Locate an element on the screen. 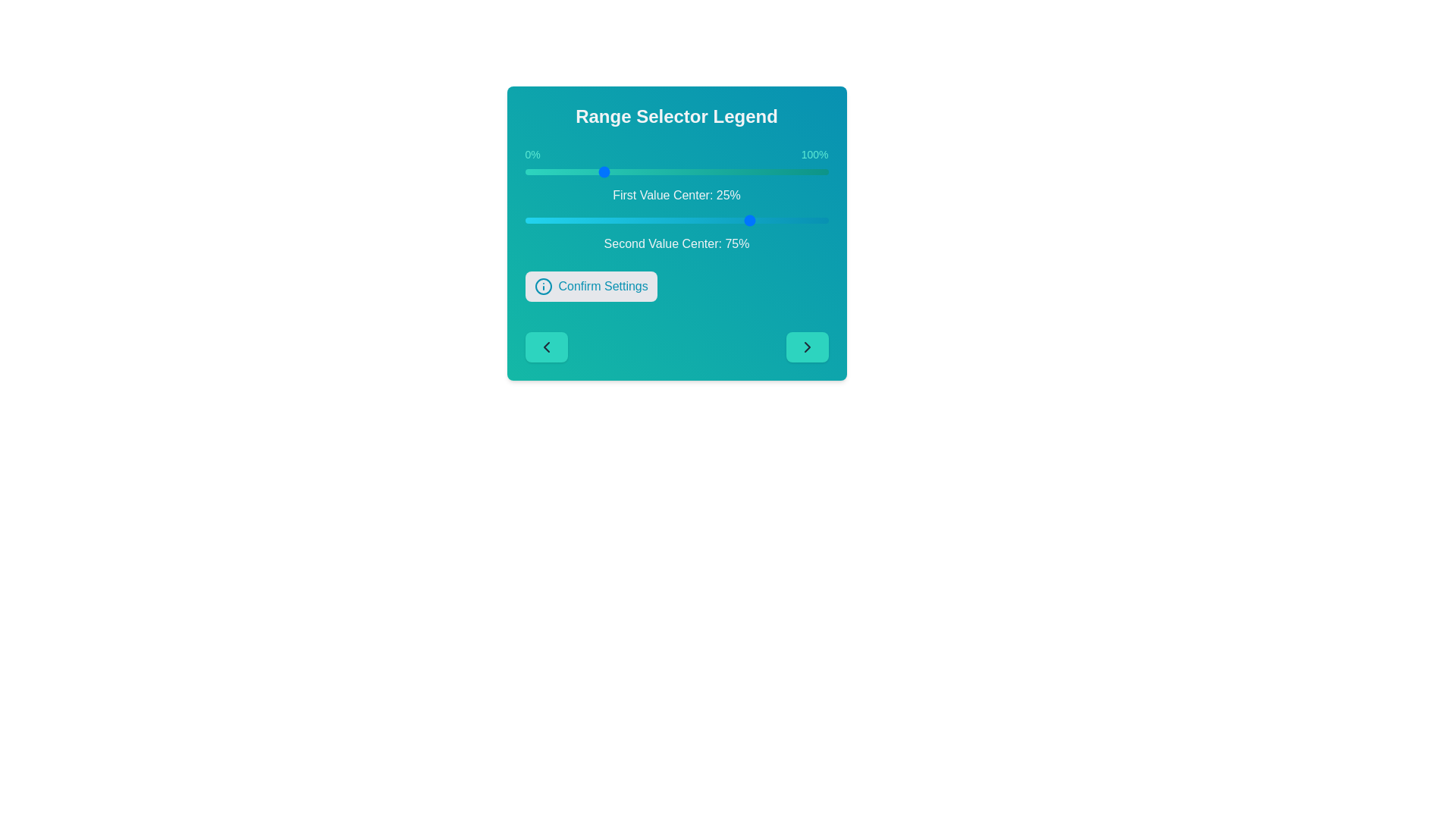 The width and height of the screenshot is (1456, 819). the rightward chevron arrow icon located at the bottom-right corner of the interface is located at coordinates (806, 347).